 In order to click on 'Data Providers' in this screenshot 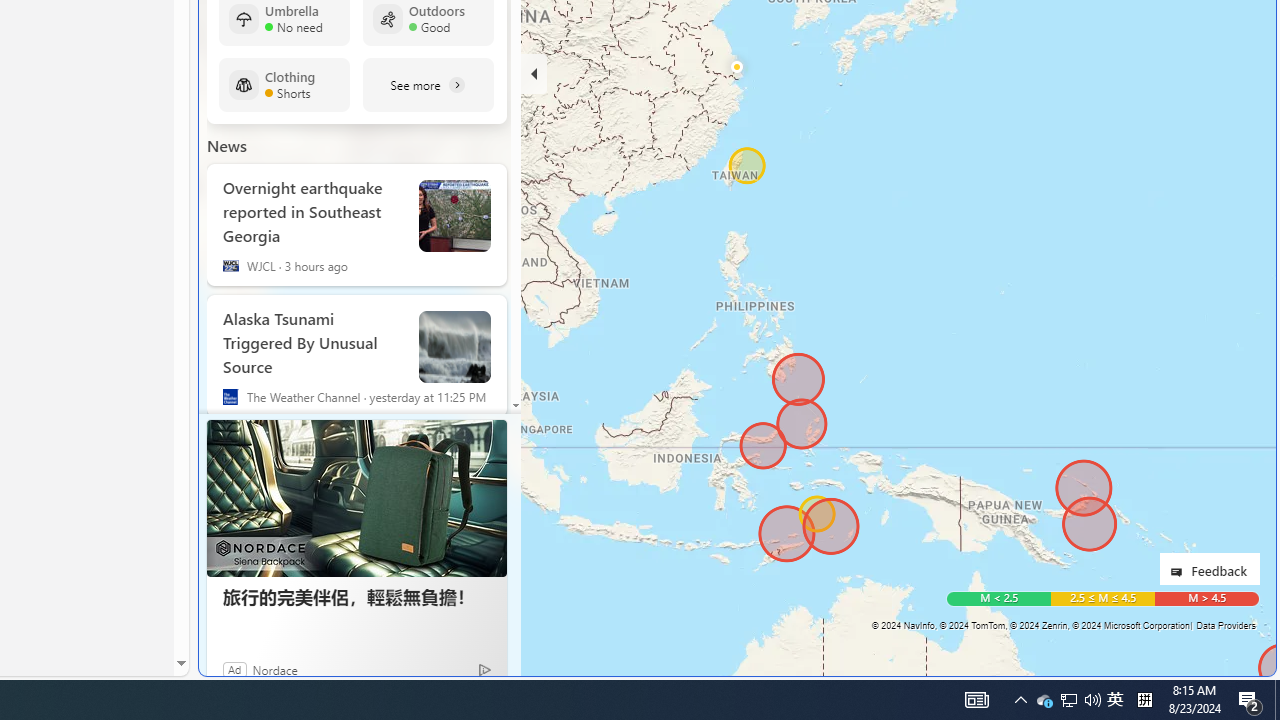, I will do `click(1224, 624)`.